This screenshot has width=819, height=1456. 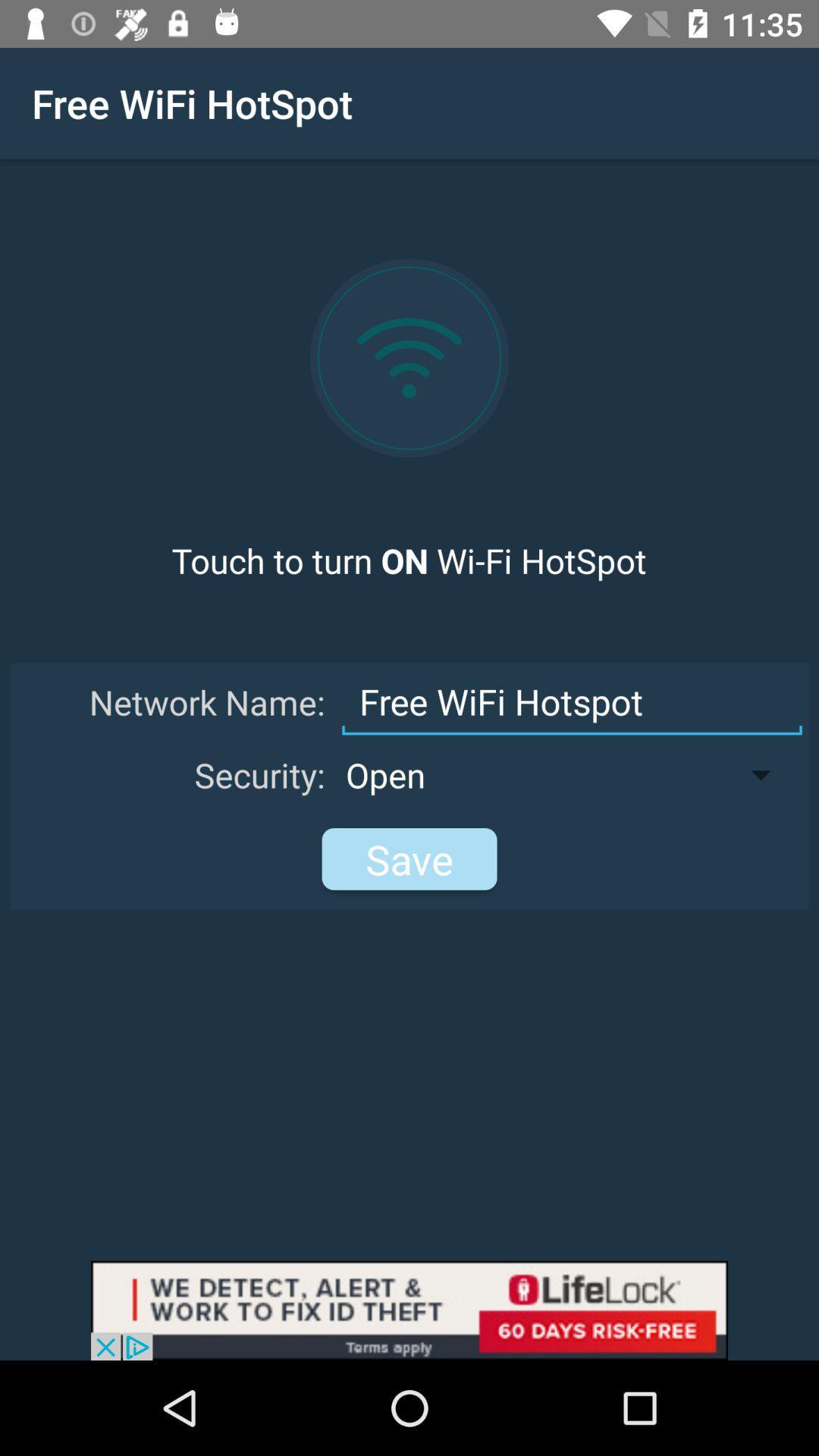 I want to click on open advertisement, so click(x=409, y=1310).